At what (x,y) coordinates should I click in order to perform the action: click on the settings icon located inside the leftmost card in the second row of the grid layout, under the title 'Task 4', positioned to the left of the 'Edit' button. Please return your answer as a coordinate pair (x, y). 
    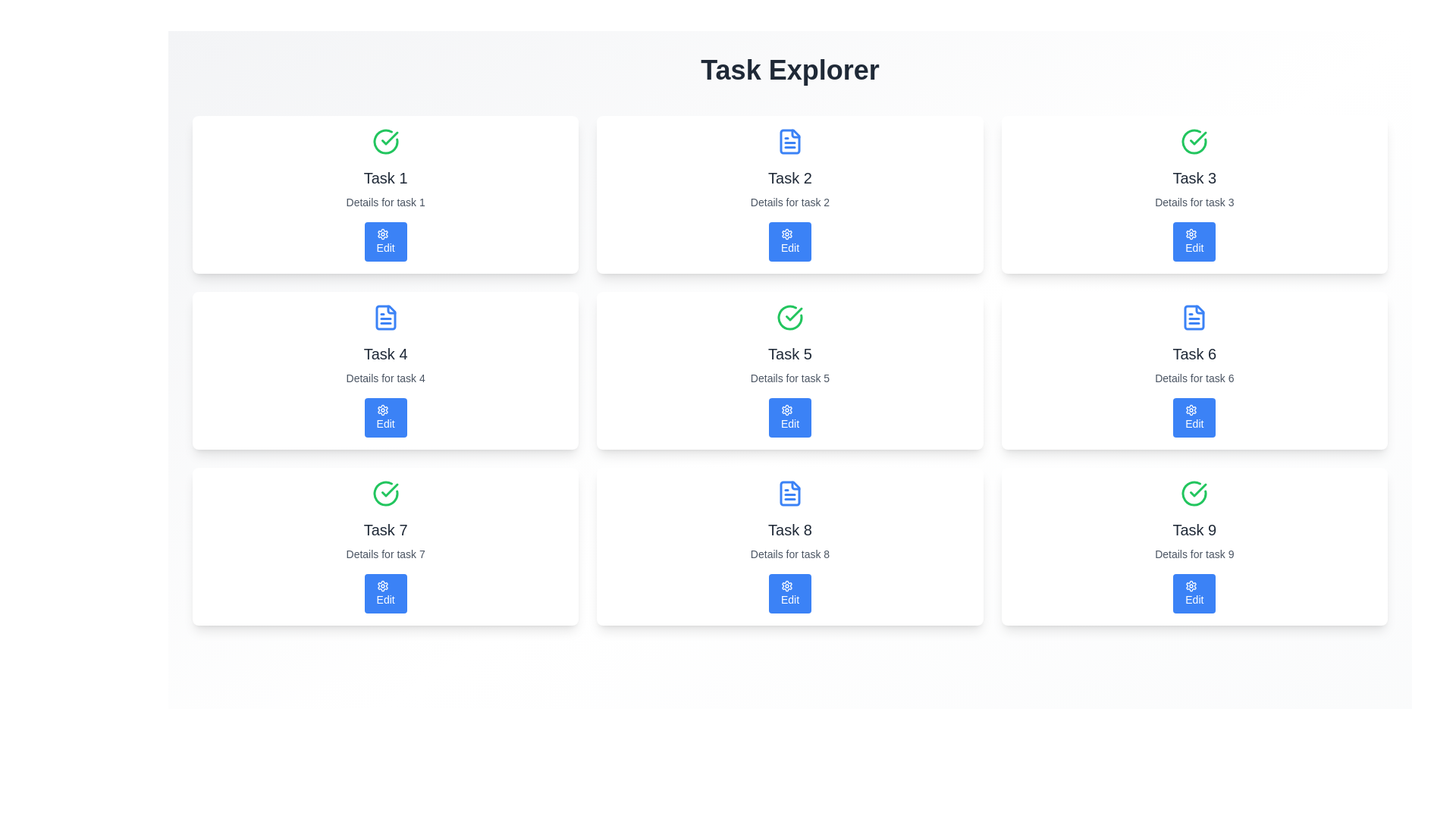
    Looking at the image, I should click on (382, 409).